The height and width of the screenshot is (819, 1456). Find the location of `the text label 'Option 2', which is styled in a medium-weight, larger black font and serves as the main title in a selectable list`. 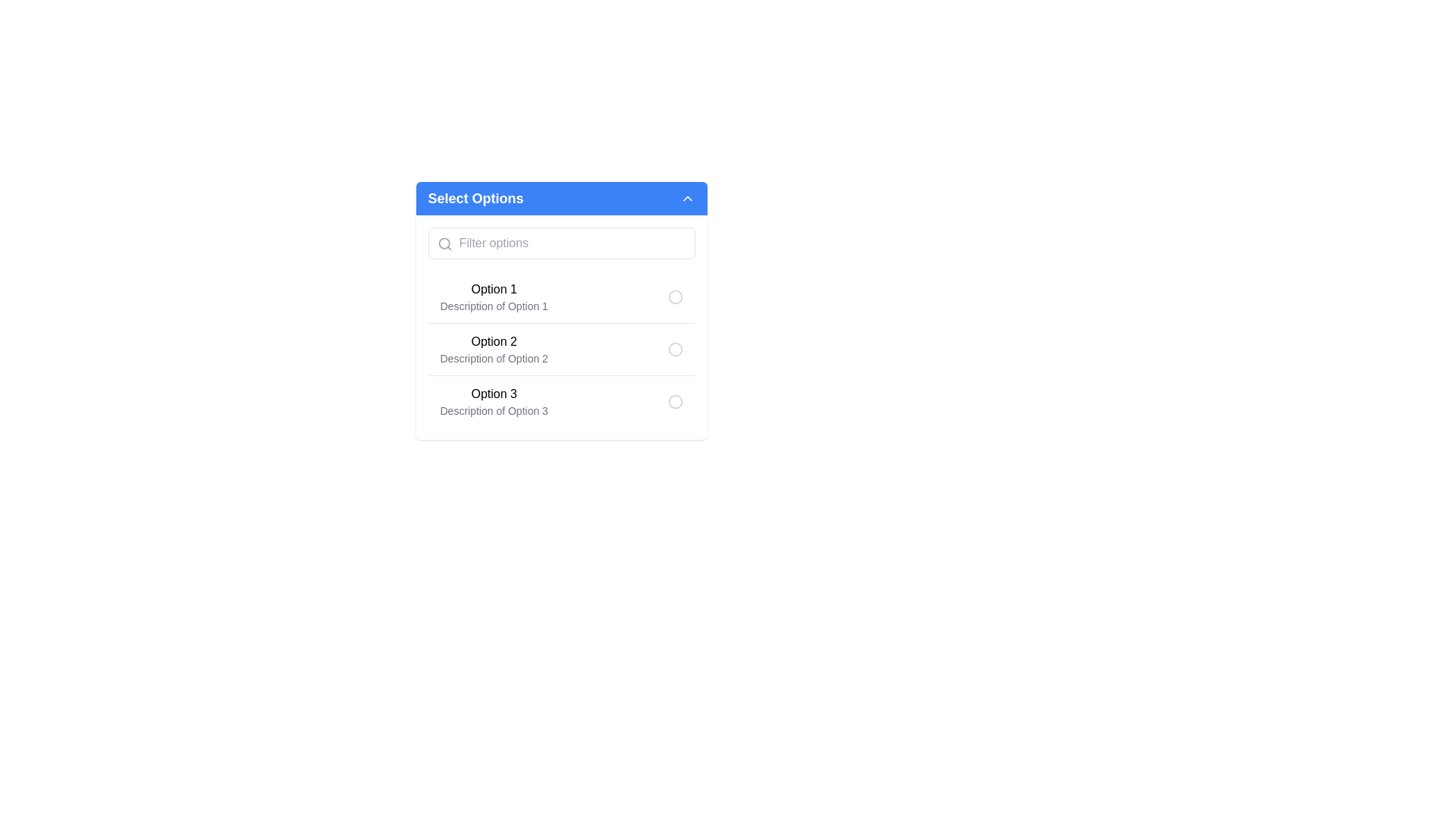

the text label 'Option 2', which is styled in a medium-weight, larger black font and serves as the main title in a selectable list is located at coordinates (494, 342).